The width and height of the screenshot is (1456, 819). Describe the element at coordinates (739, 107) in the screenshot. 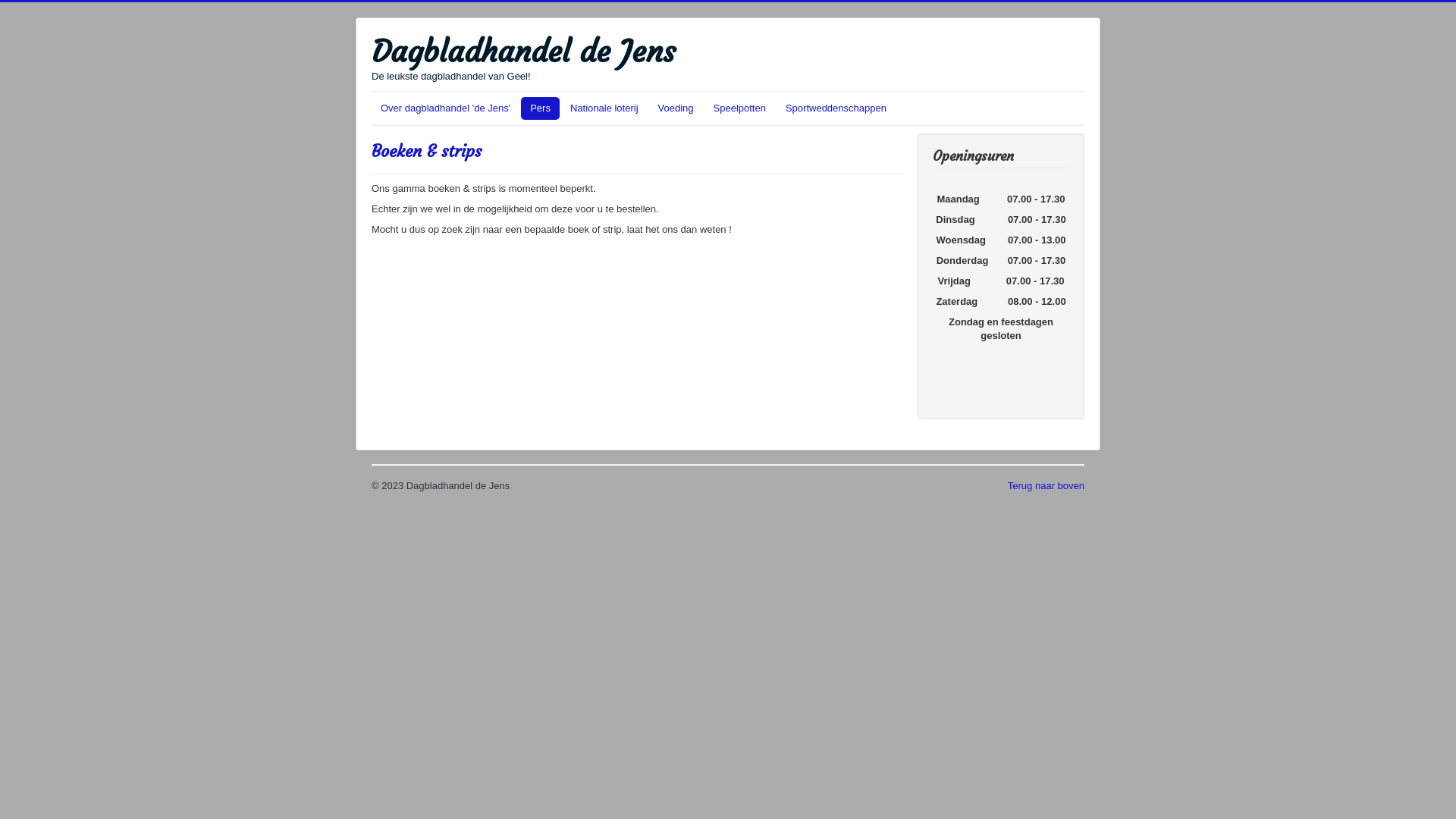

I see `'Speelpotten'` at that location.